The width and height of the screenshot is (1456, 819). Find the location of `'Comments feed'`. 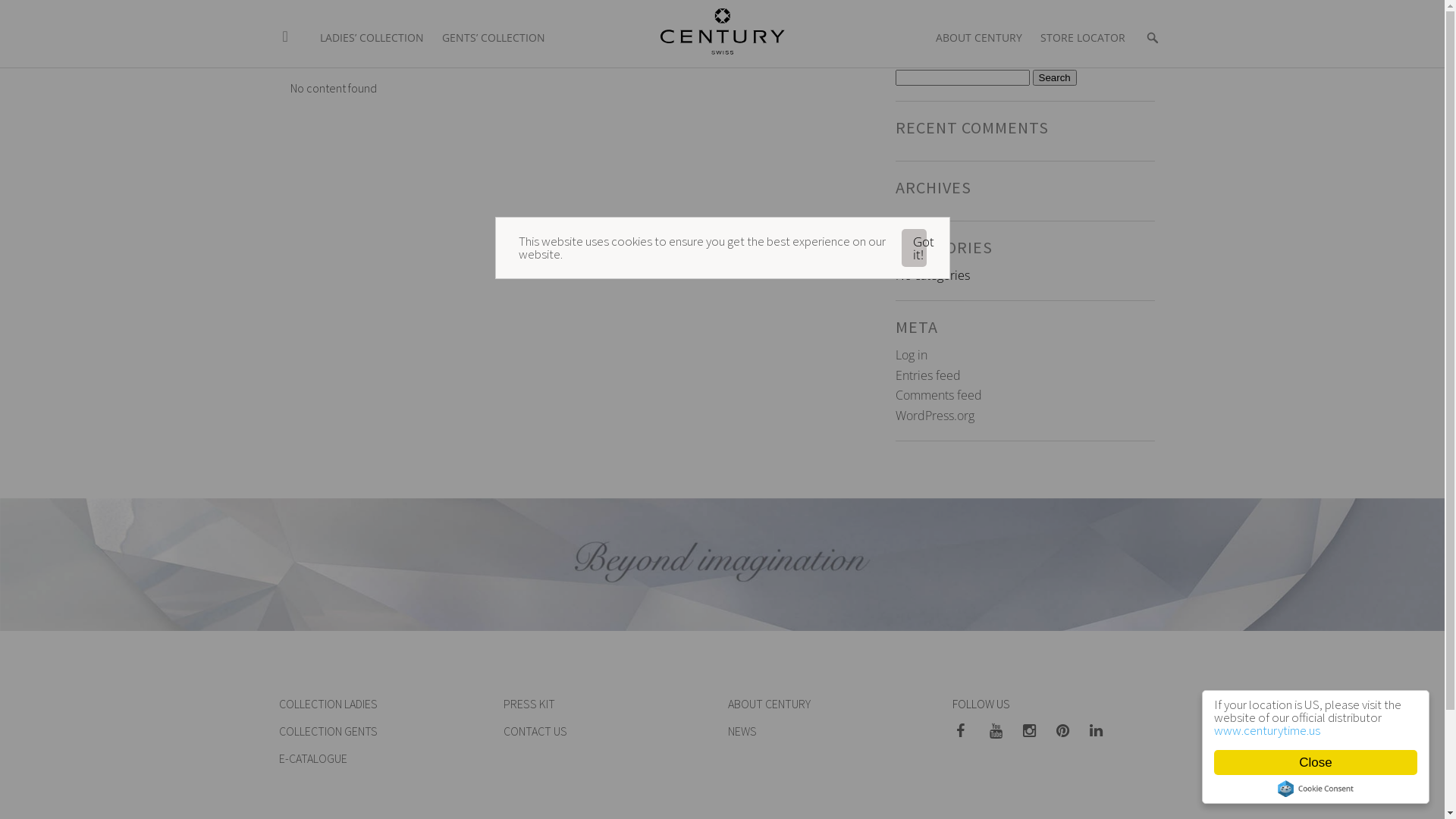

'Comments feed' is located at coordinates (937, 394).